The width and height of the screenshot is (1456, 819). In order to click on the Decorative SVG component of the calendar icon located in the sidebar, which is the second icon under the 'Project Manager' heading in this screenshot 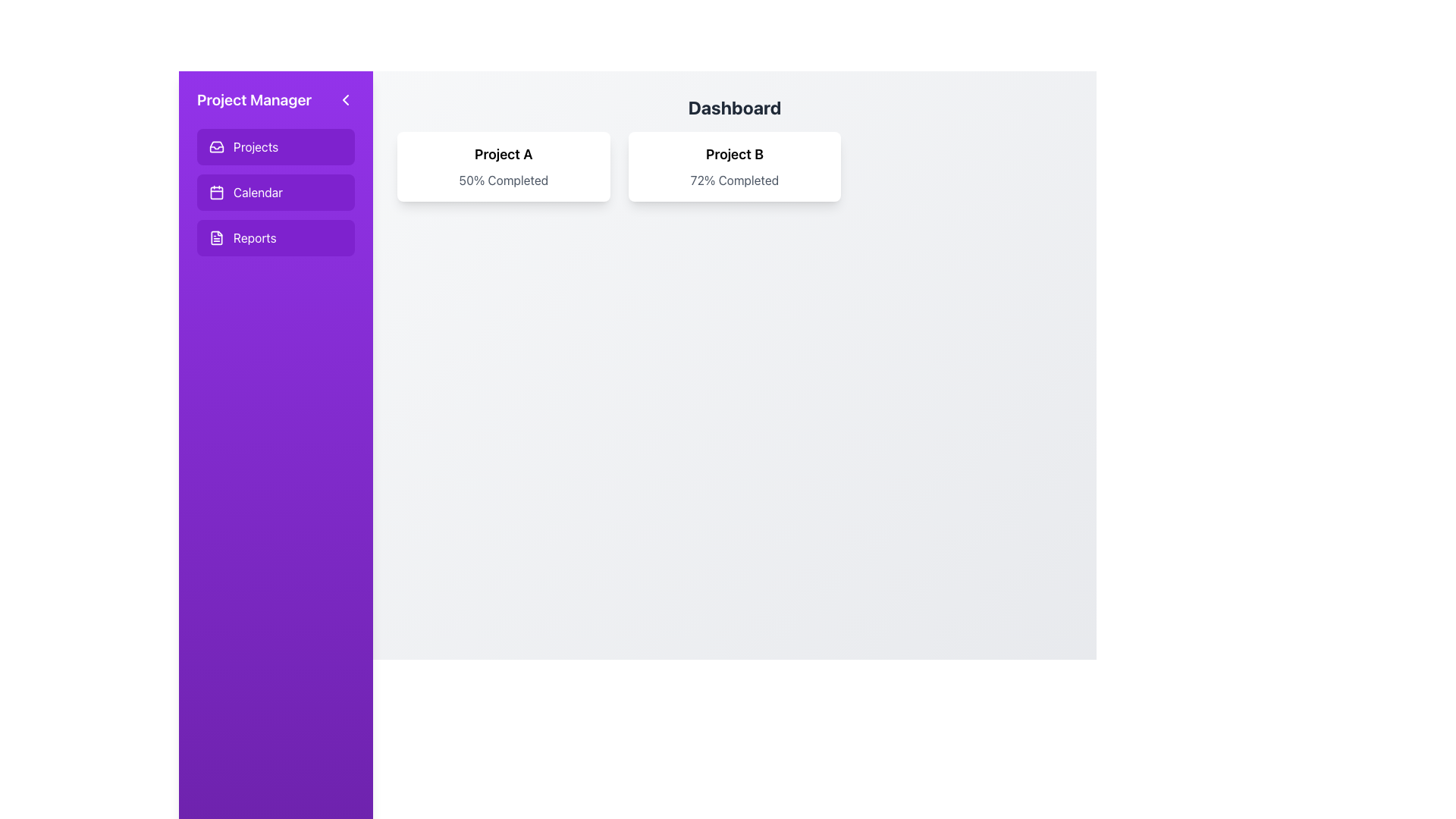, I will do `click(216, 192)`.